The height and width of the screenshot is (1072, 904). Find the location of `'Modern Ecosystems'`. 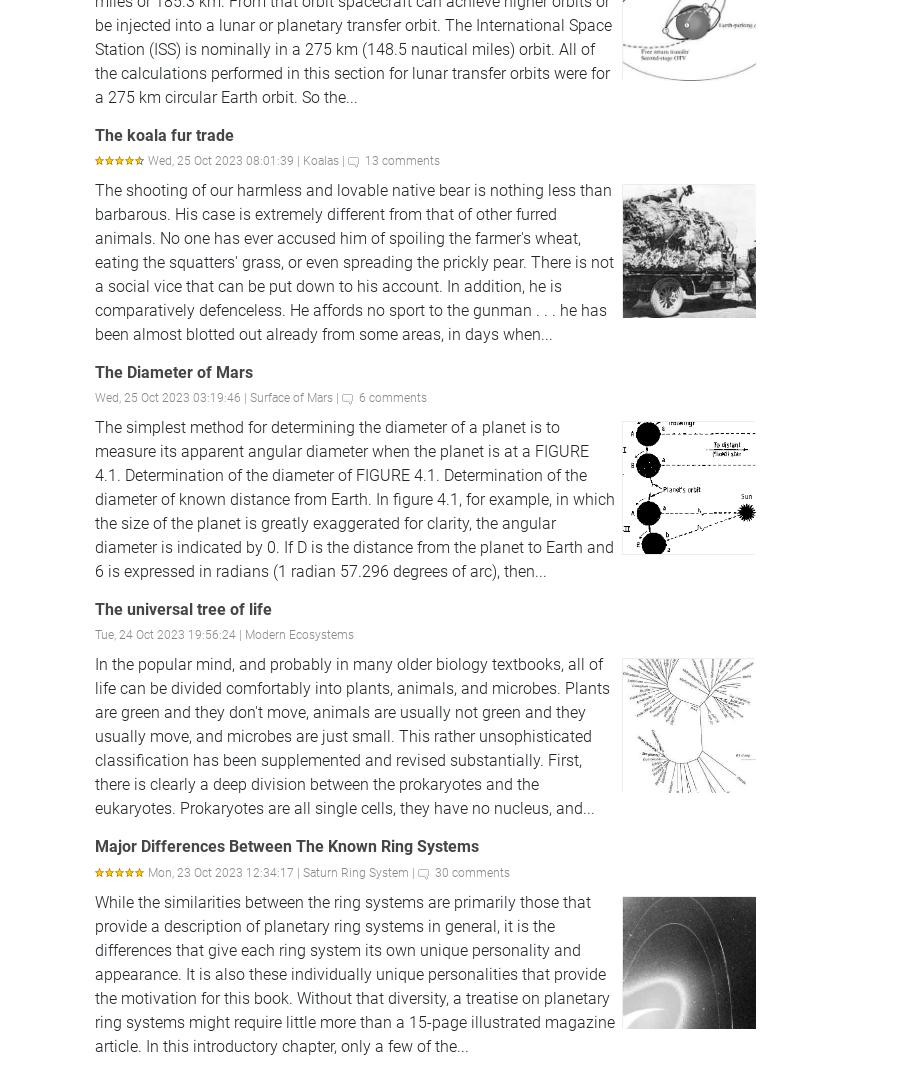

'Modern Ecosystems' is located at coordinates (299, 635).